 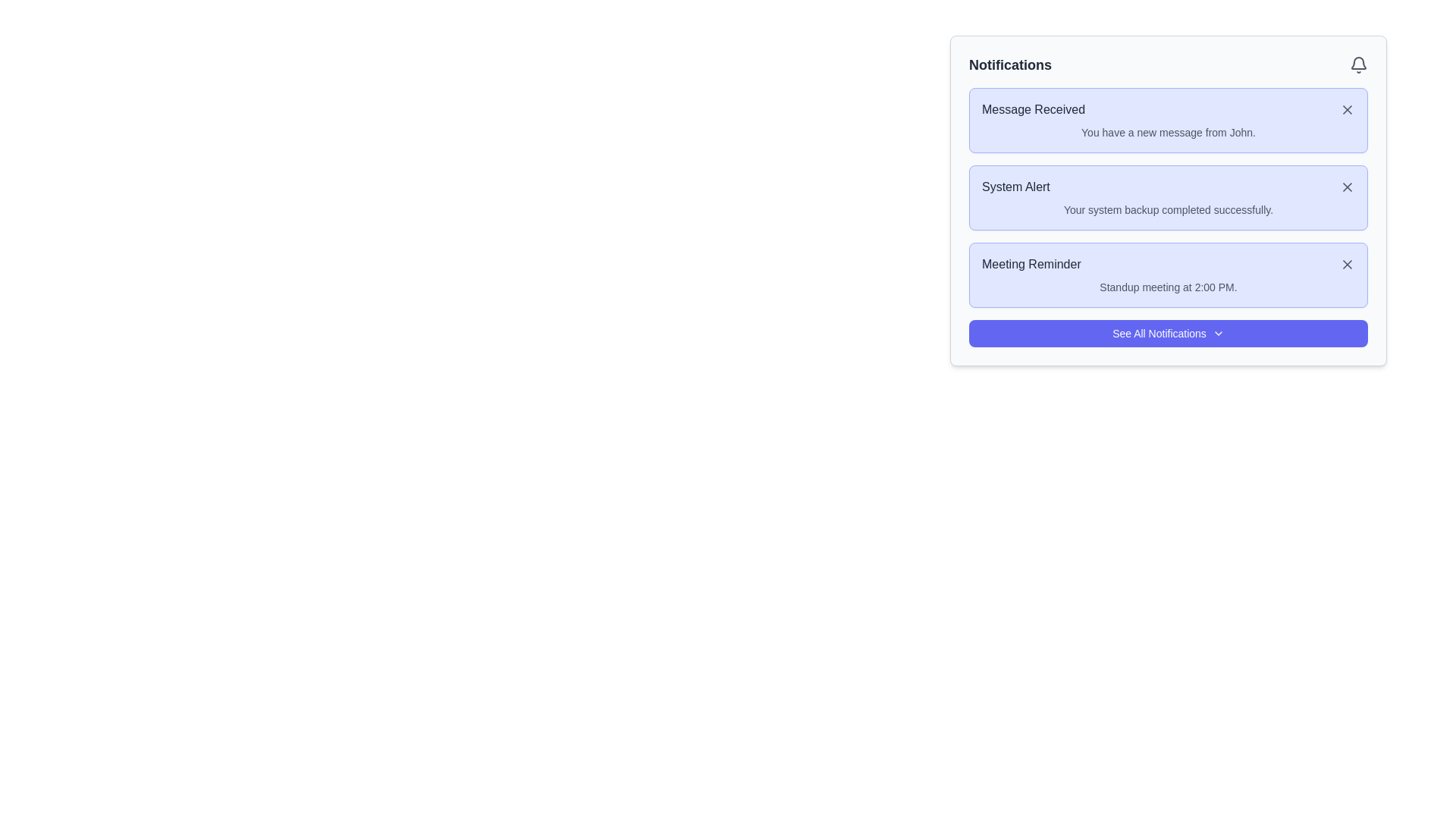 What do you see at coordinates (1167, 332) in the screenshot?
I see `the button located at the bottom of the 'Notifications' card` at bounding box center [1167, 332].